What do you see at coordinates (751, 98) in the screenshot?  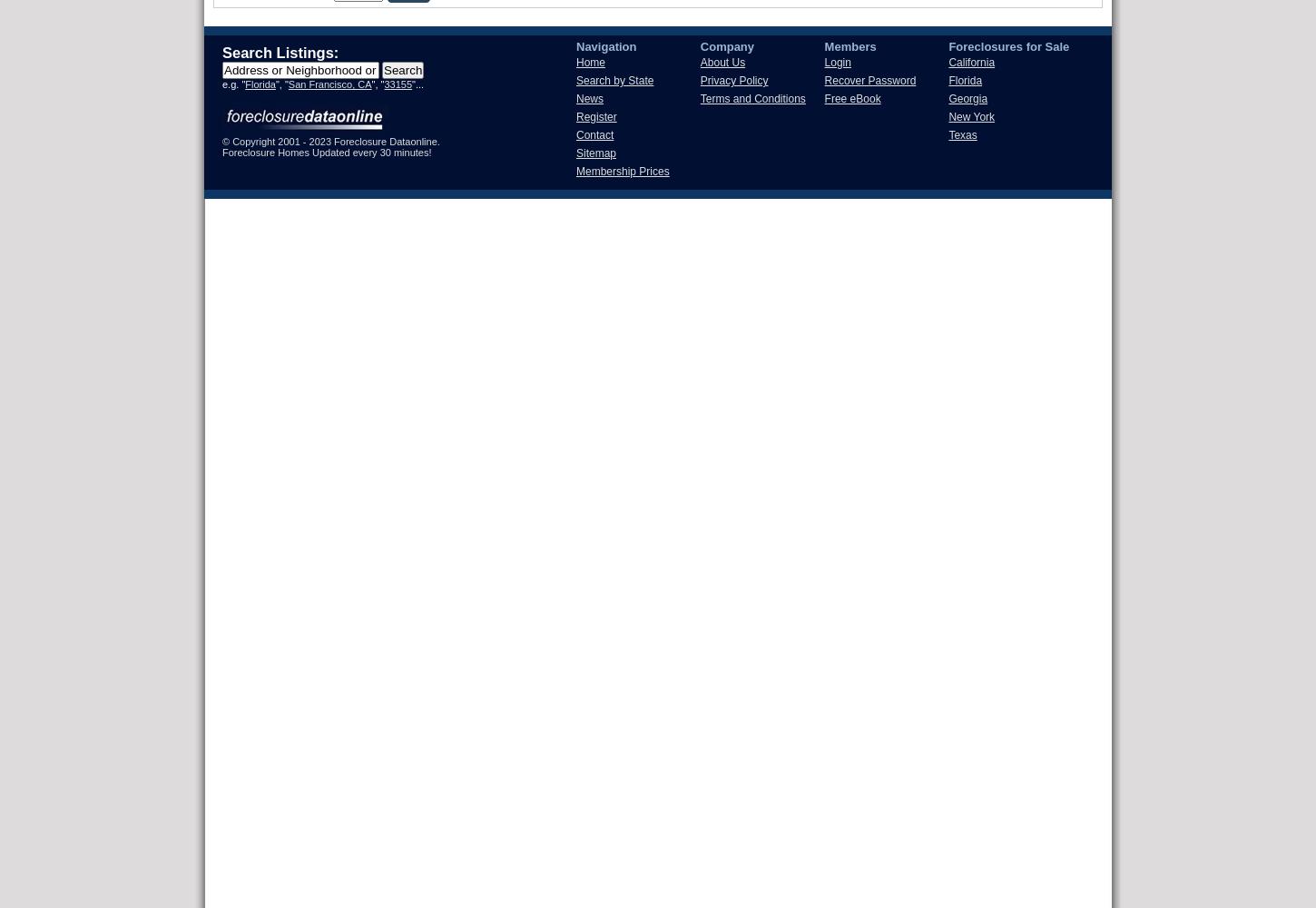 I see `'Terms and Conditions'` at bounding box center [751, 98].